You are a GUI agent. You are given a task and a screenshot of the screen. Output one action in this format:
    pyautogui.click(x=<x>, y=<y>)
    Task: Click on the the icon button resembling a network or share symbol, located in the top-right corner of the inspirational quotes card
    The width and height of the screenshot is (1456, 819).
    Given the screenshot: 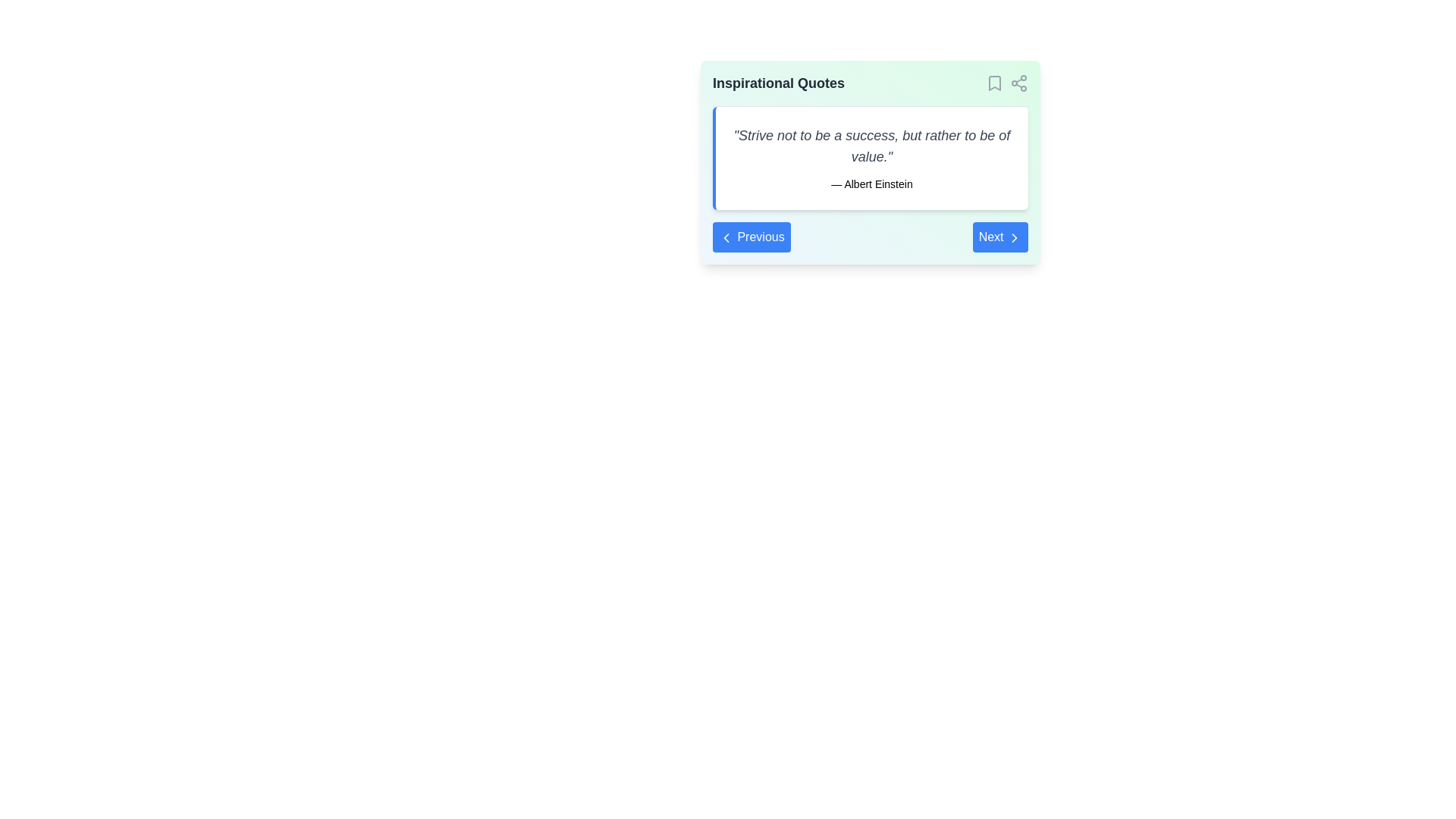 What is the action you would take?
    pyautogui.click(x=1019, y=83)
    